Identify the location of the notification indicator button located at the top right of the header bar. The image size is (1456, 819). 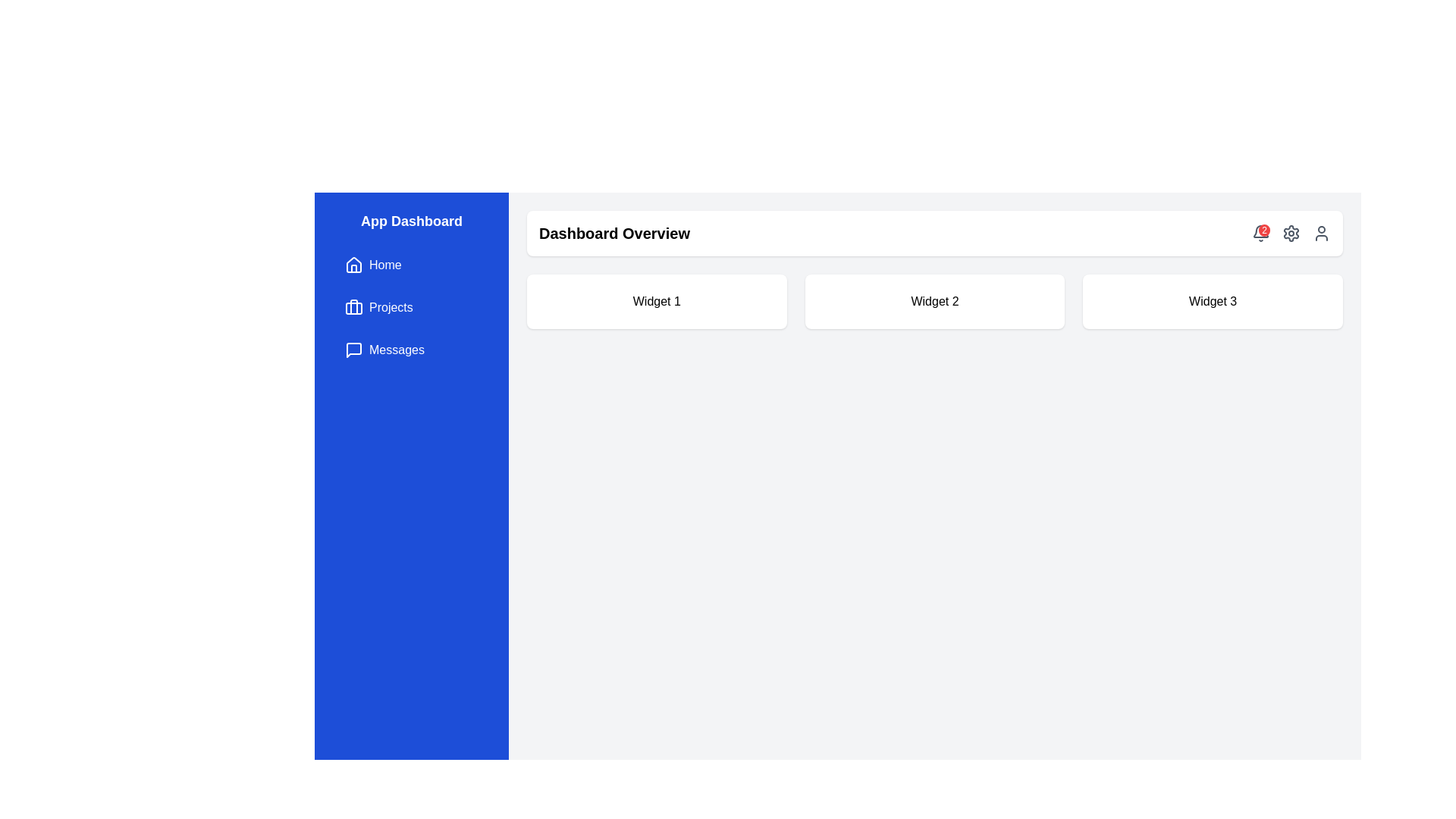
(1260, 234).